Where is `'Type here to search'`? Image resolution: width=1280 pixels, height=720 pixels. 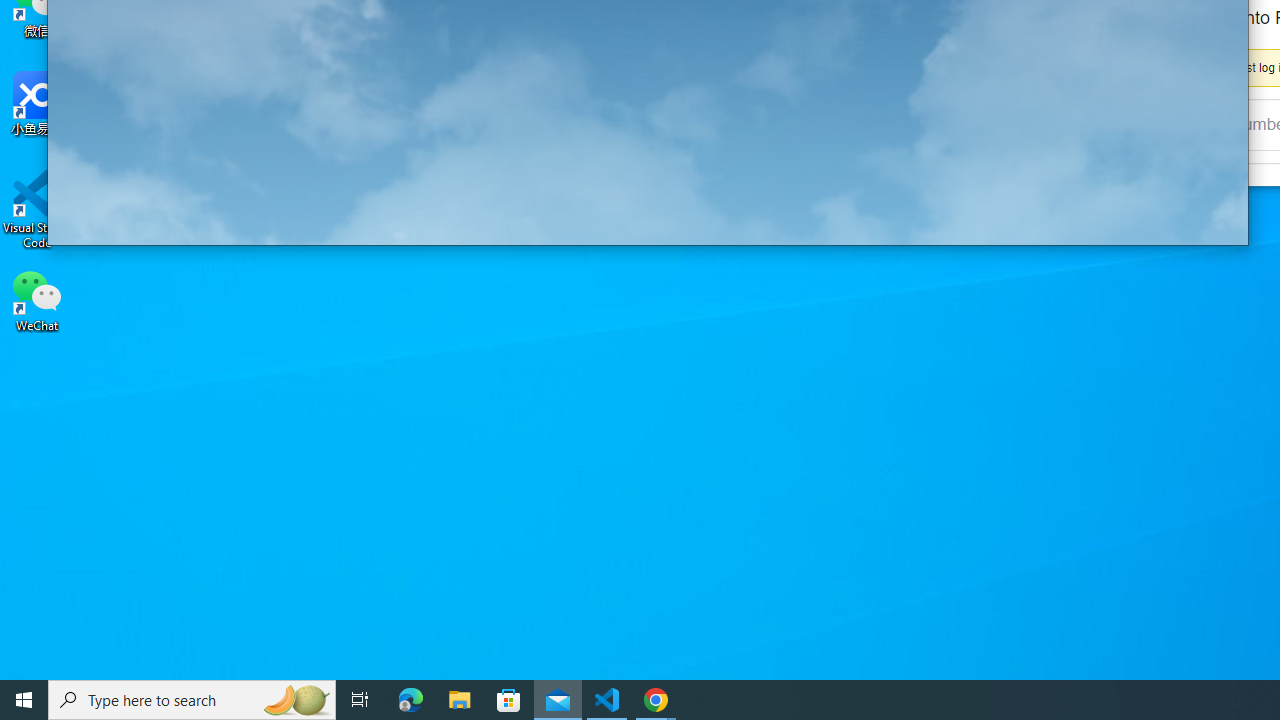
'Type here to search' is located at coordinates (192, 698).